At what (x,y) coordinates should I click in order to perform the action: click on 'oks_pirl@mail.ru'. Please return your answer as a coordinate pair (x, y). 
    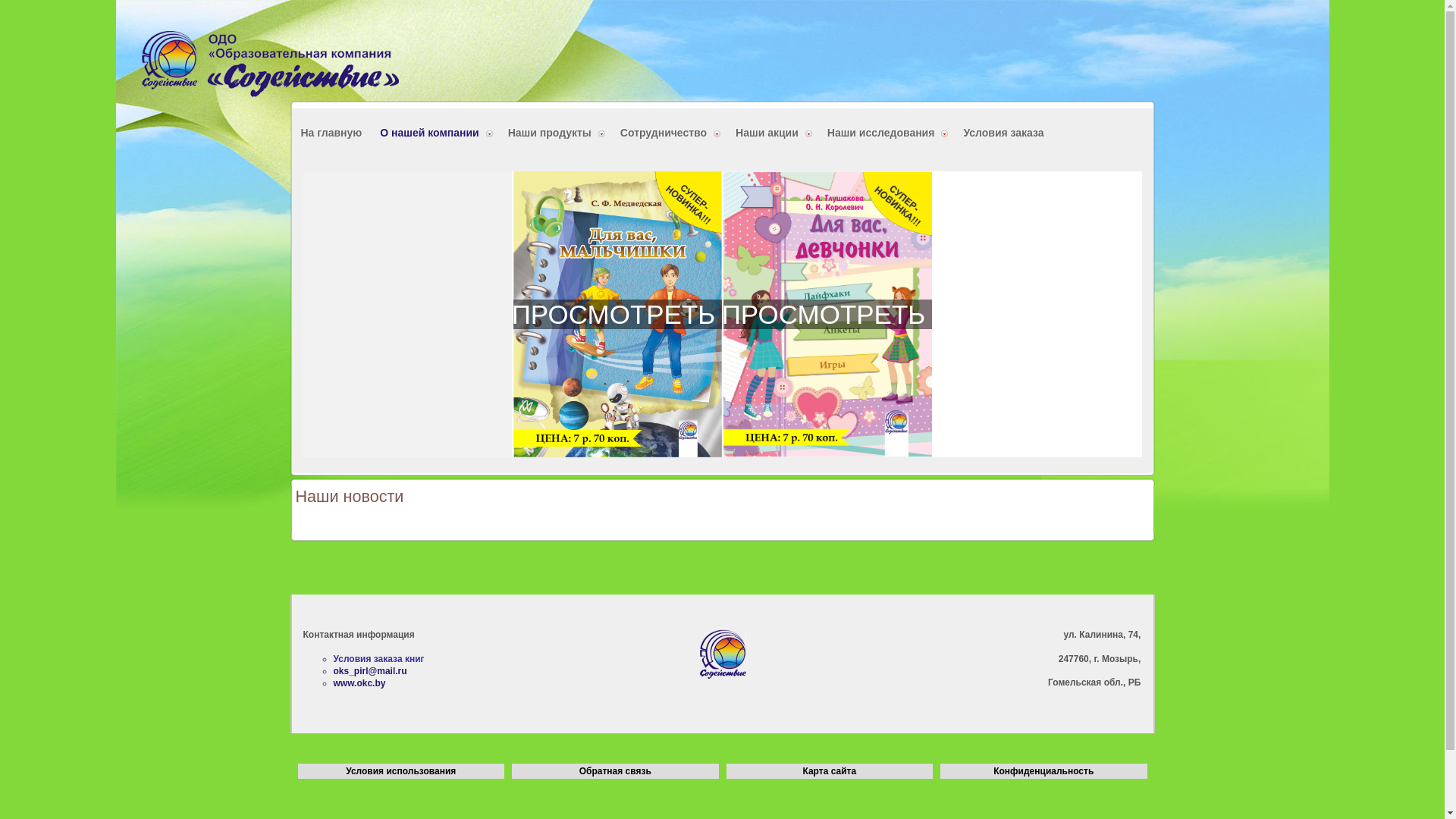
    Looking at the image, I should click on (333, 670).